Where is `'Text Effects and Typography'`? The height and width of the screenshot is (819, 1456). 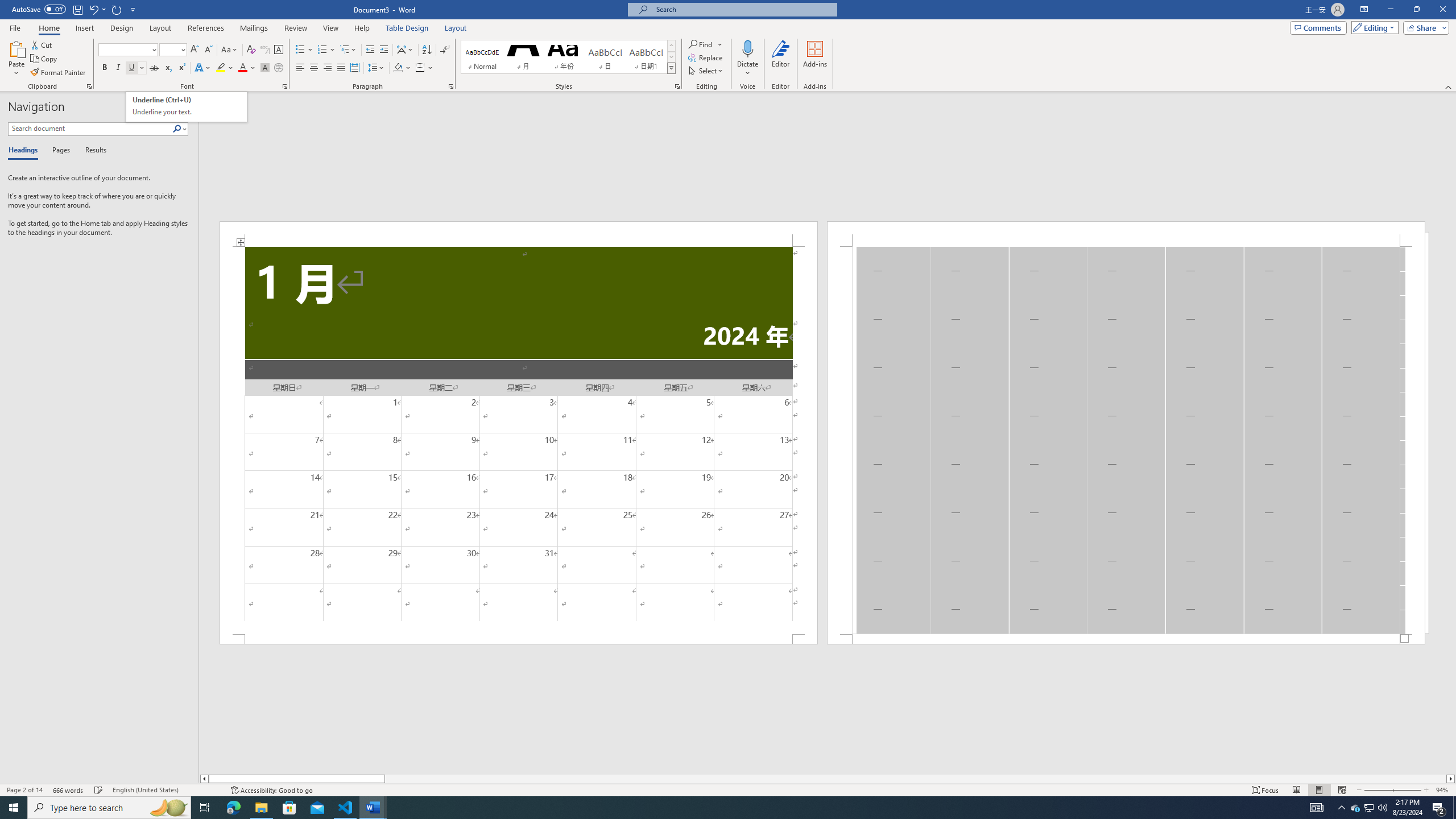
'Text Effects and Typography' is located at coordinates (201, 67).